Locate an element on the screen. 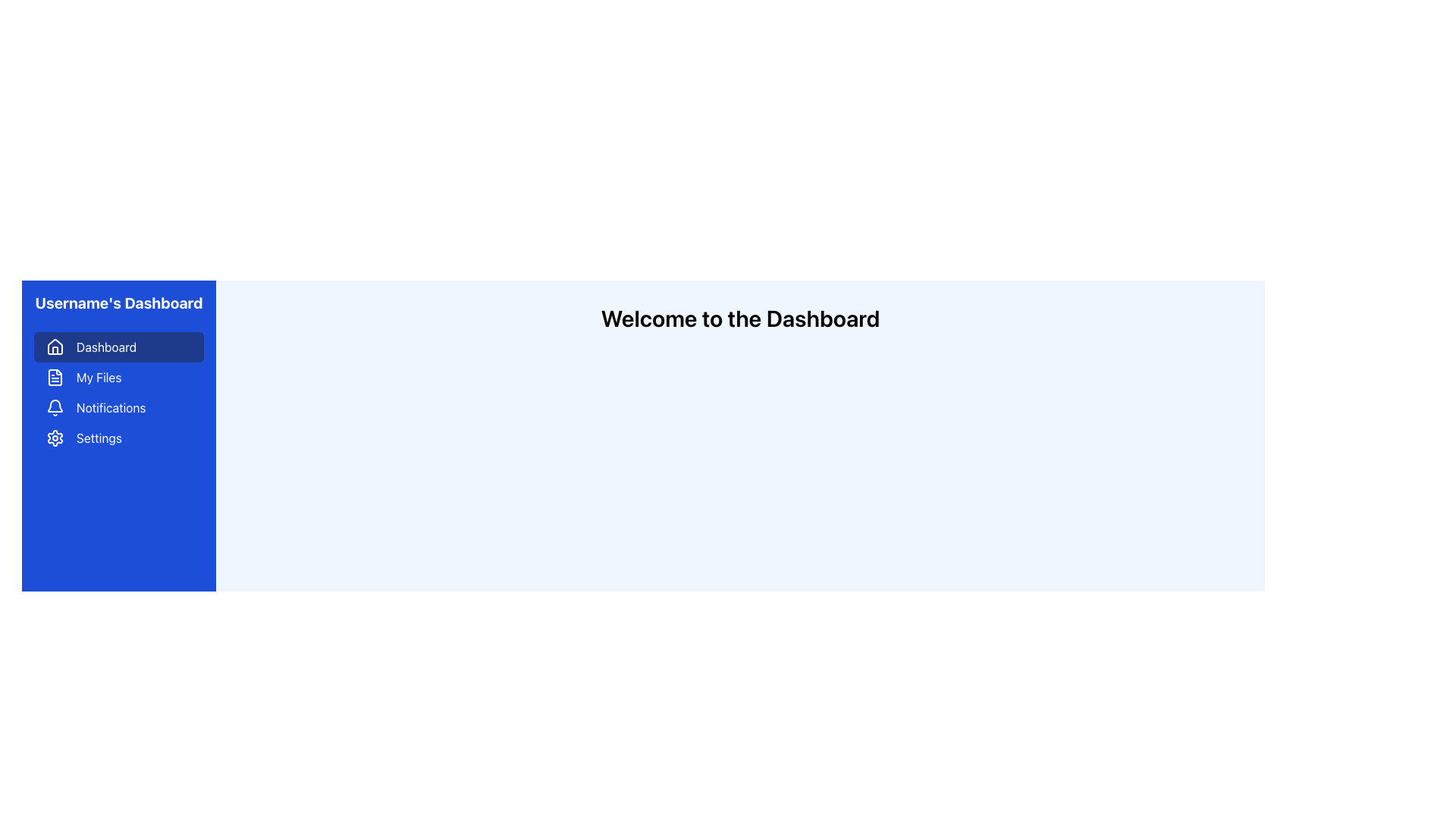 This screenshot has width=1456, height=819. the navigation button located in the blue sidebar, which is the fourth item in the vertical list of options, directly below the 'Notifications' menu item, to observe the hover effect is located at coordinates (118, 438).